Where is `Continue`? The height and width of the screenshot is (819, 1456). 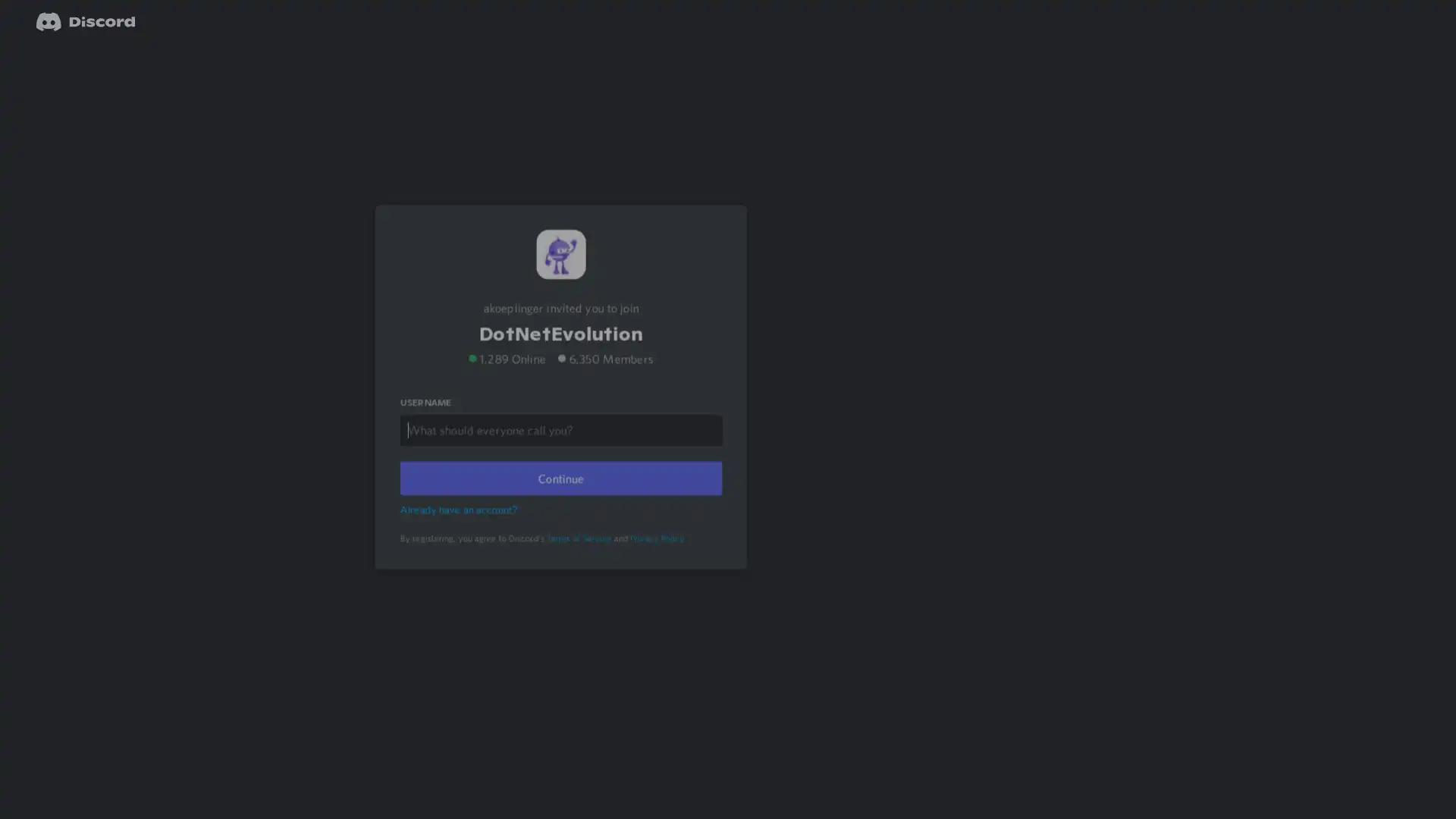 Continue is located at coordinates (560, 497).